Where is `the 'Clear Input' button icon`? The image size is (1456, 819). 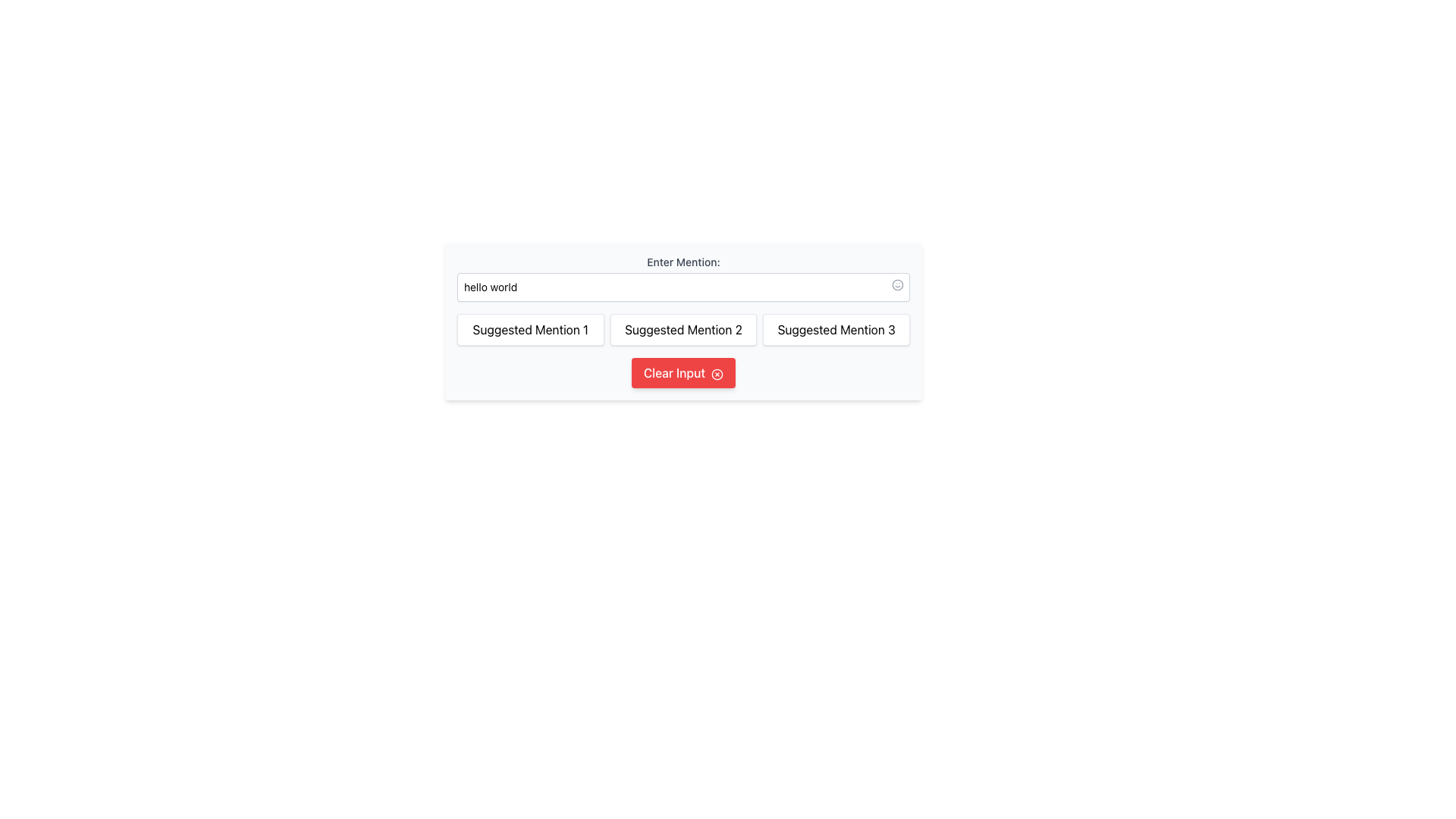 the 'Clear Input' button icon is located at coordinates (717, 374).